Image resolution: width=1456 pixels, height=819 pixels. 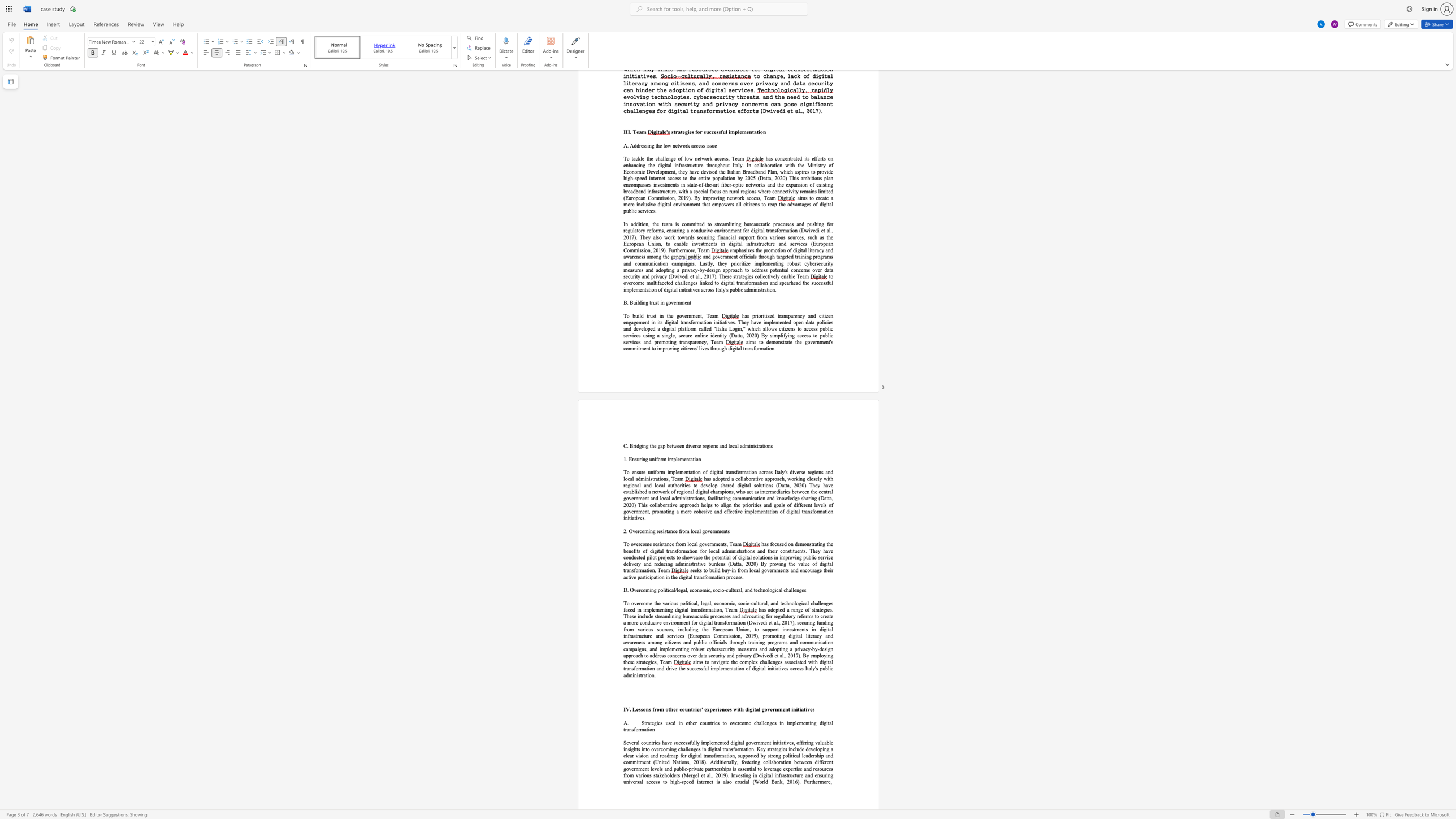 I want to click on the subset text "ing uniform" within the text "1. Ensuring uniform implementation", so click(x=640, y=459).